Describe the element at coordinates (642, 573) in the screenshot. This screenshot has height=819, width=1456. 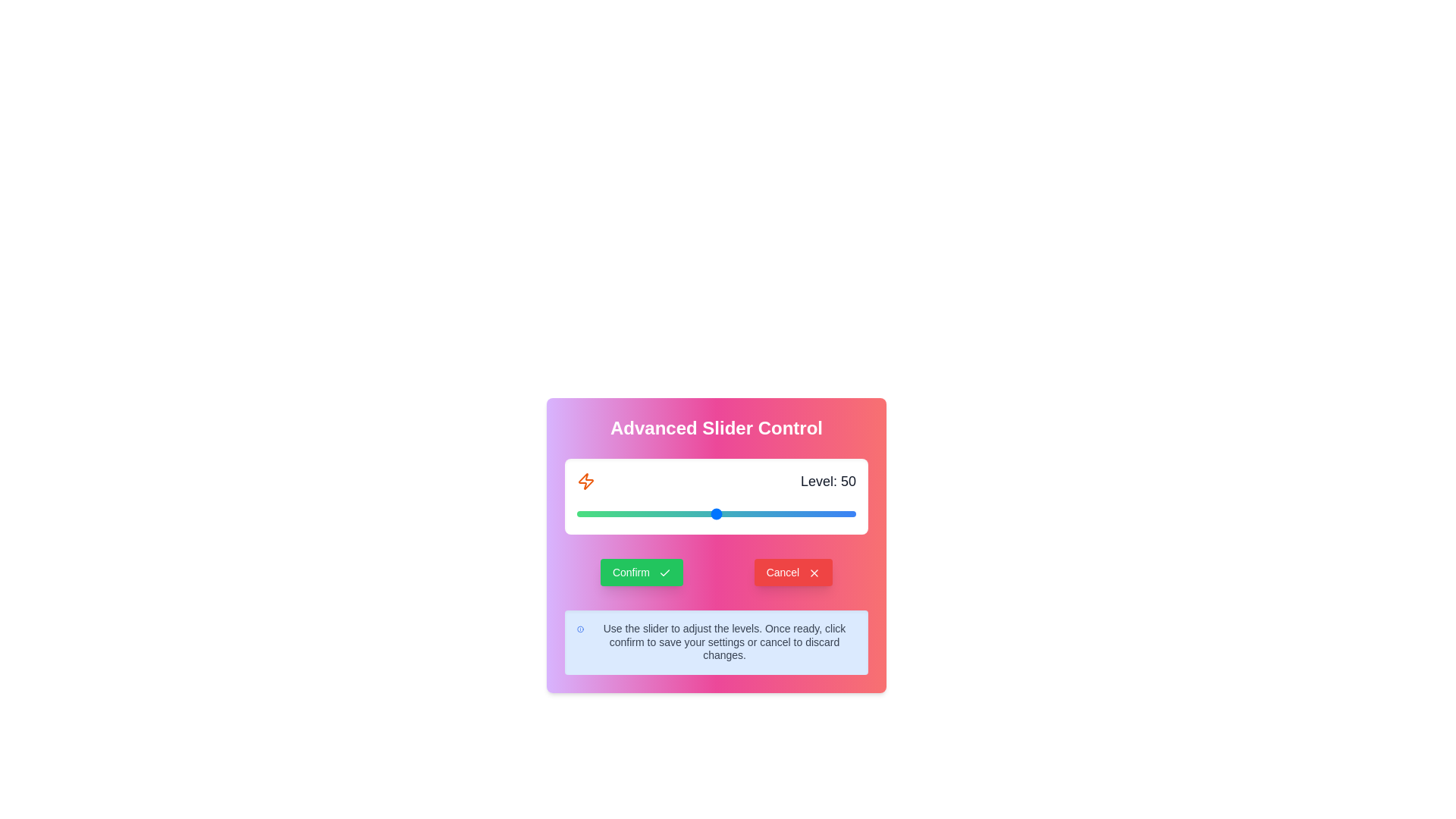
I see `the Confirm button to save the selected value` at that location.